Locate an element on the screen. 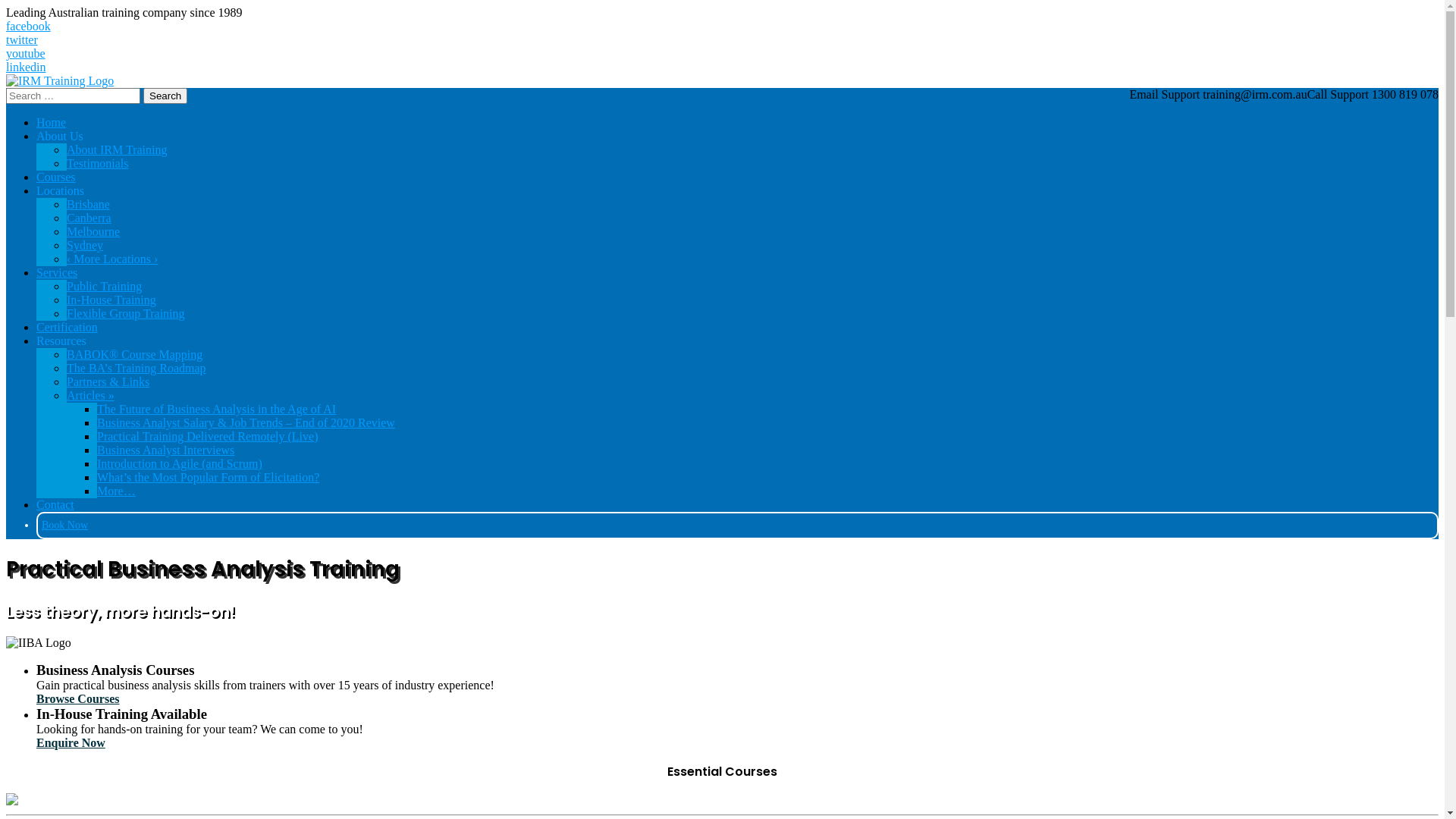 Image resolution: width=1456 pixels, height=819 pixels. 'Public Training' is located at coordinates (103, 286).